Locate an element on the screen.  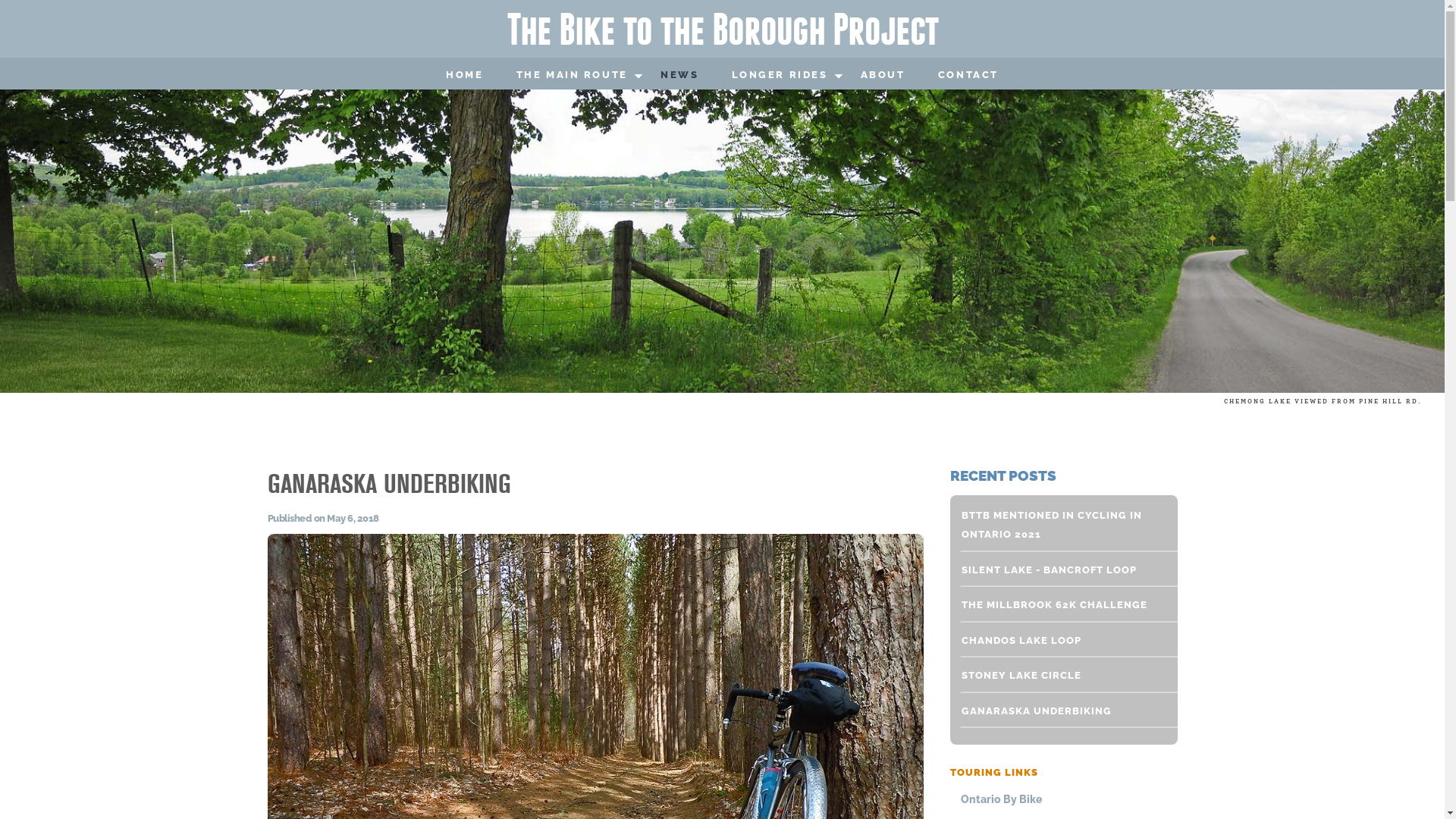
'THE MAIN ROUTE' is located at coordinates (506, 75).